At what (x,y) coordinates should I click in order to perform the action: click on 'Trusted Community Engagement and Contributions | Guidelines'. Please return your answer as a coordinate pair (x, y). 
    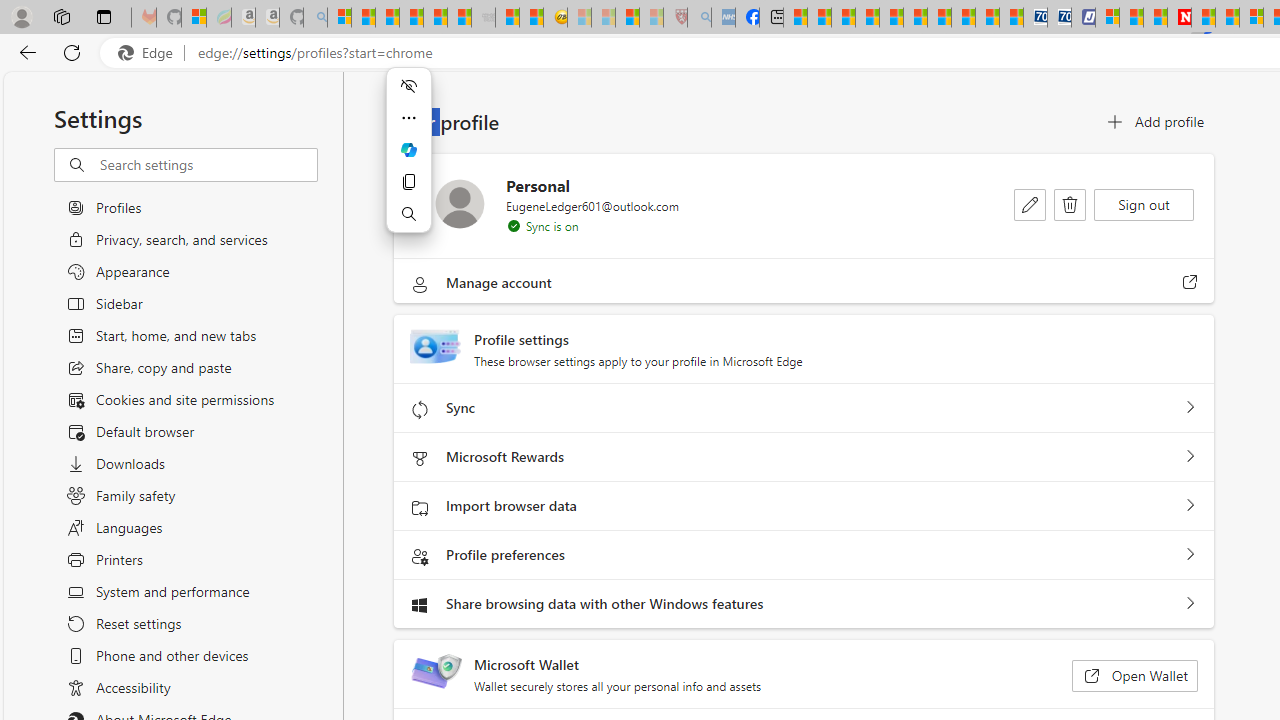
    Looking at the image, I should click on (1202, 17).